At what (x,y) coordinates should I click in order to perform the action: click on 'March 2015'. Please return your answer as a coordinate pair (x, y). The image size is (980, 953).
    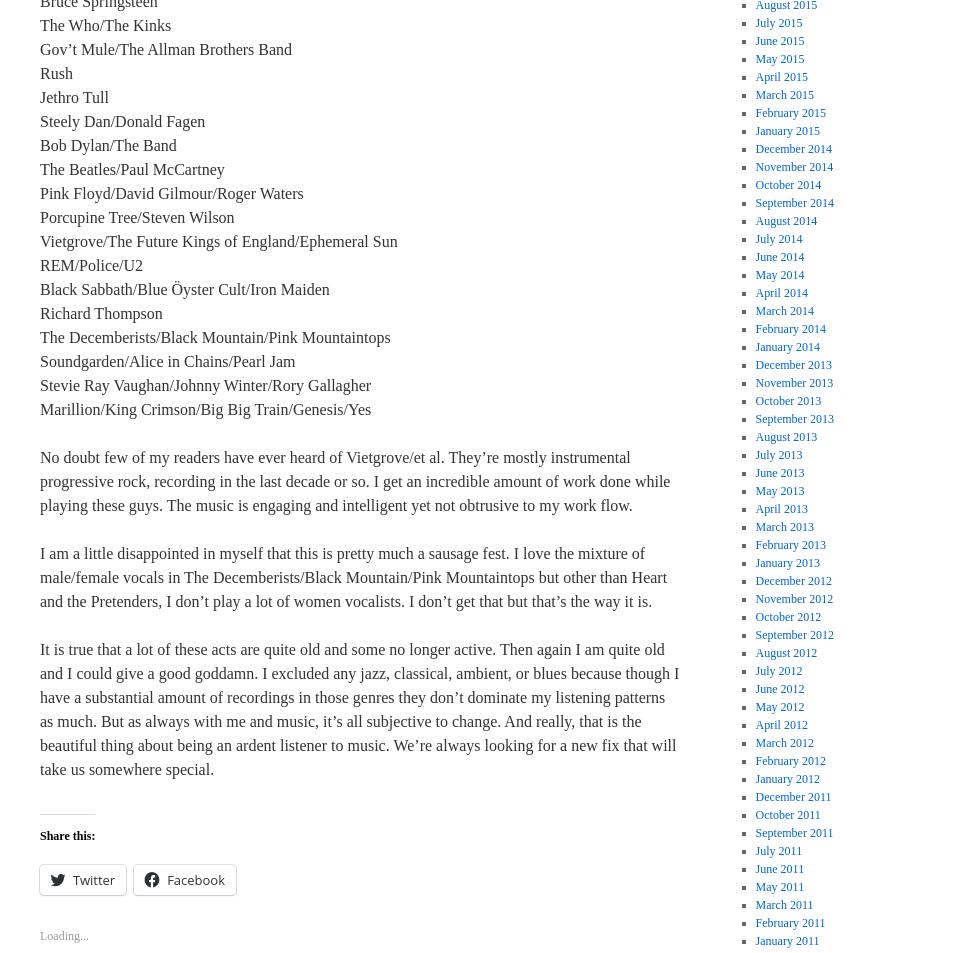
    Looking at the image, I should click on (754, 94).